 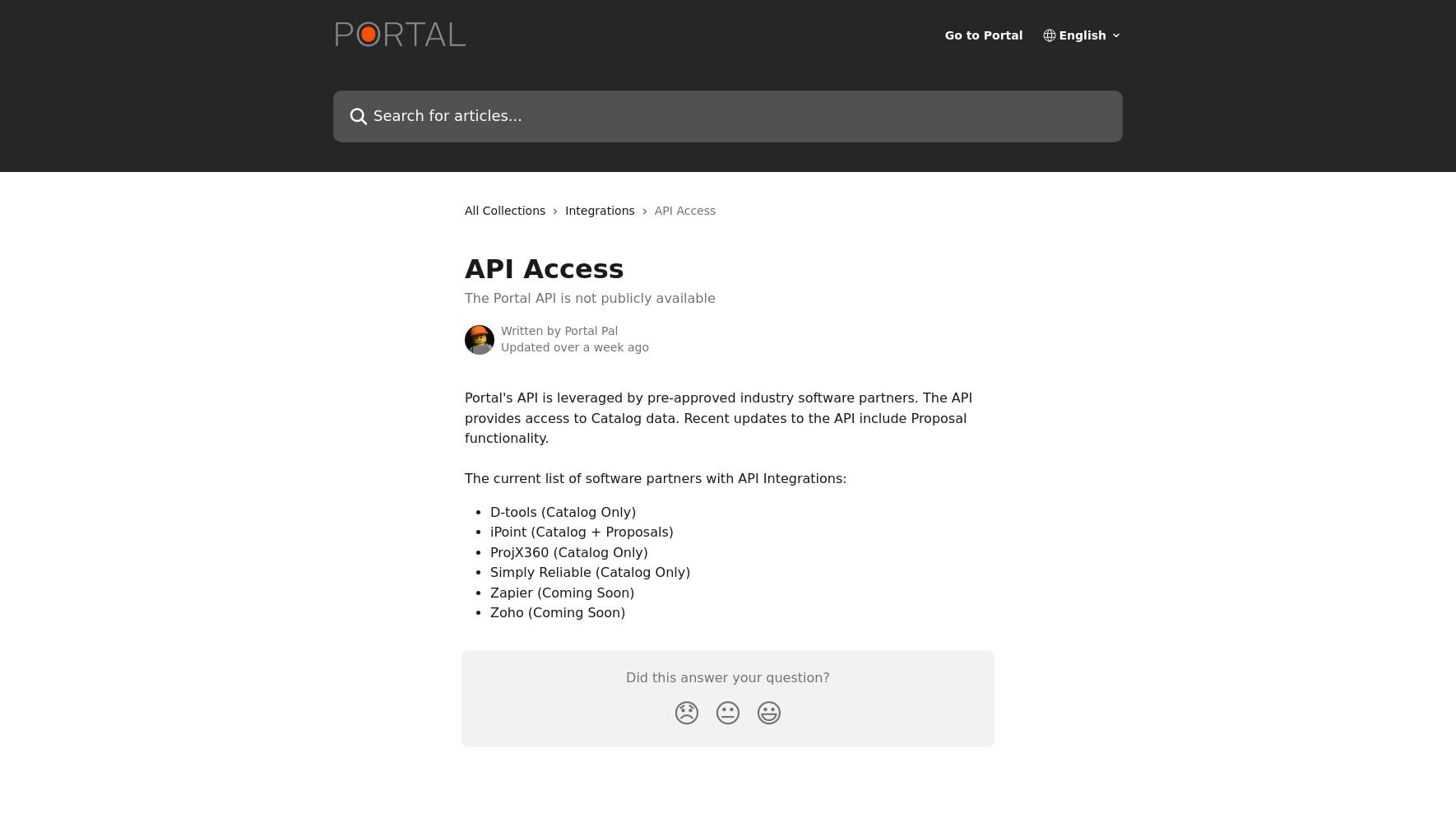 I want to click on 'Did this answer your question?', so click(x=625, y=676).